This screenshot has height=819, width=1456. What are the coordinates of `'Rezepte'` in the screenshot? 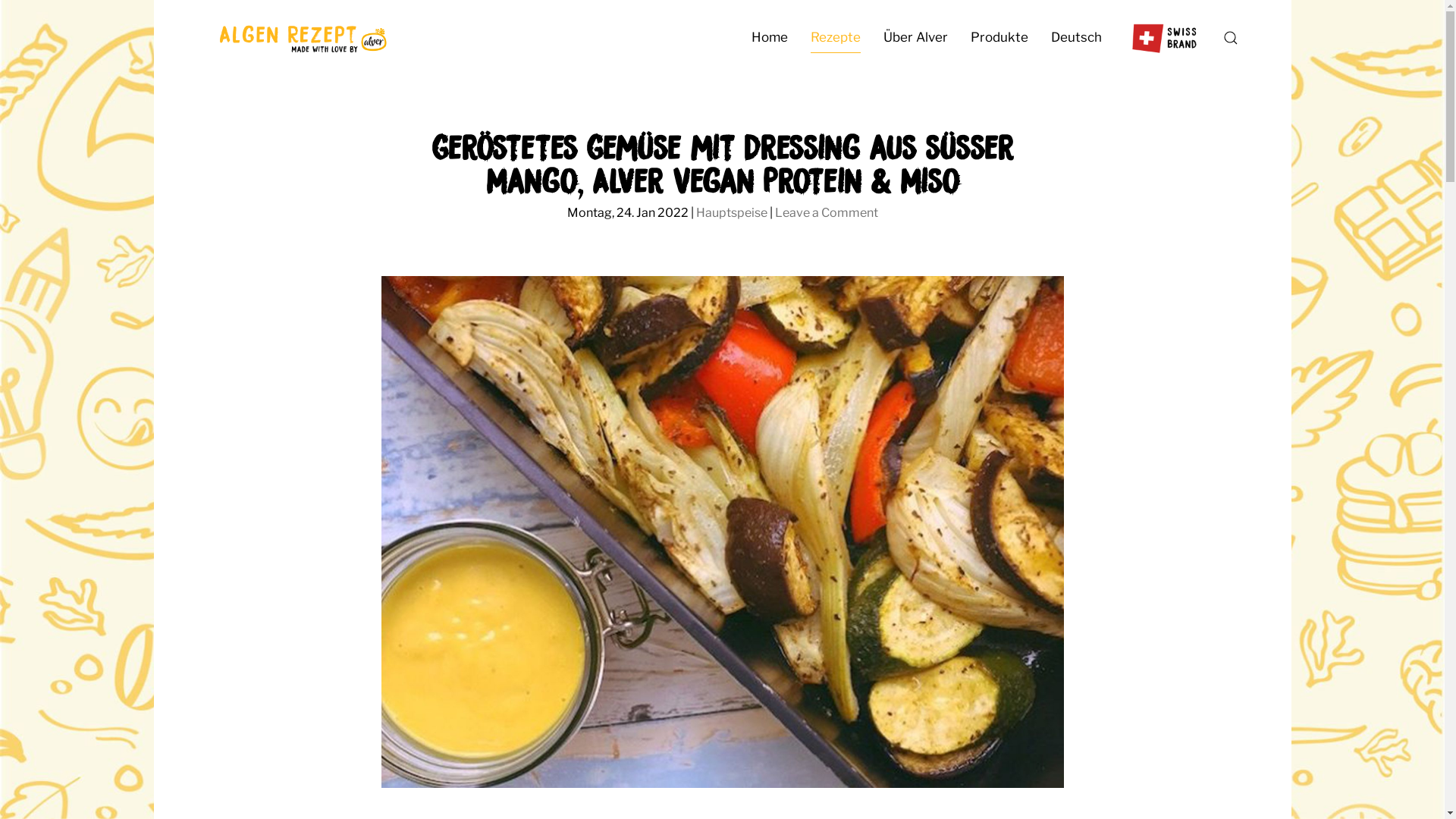 It's located at (835, 37).